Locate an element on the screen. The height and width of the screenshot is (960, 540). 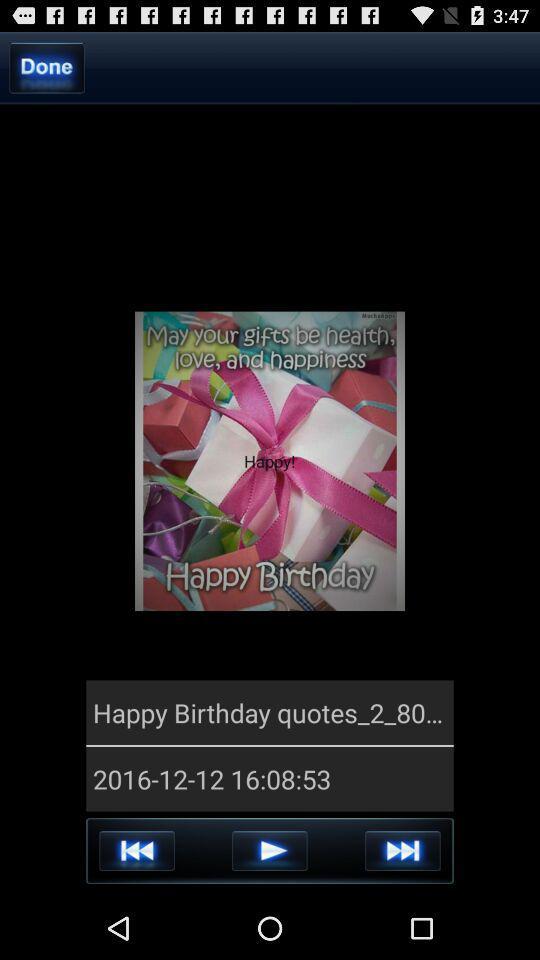
the play icon is located at coordinates (269, 910).